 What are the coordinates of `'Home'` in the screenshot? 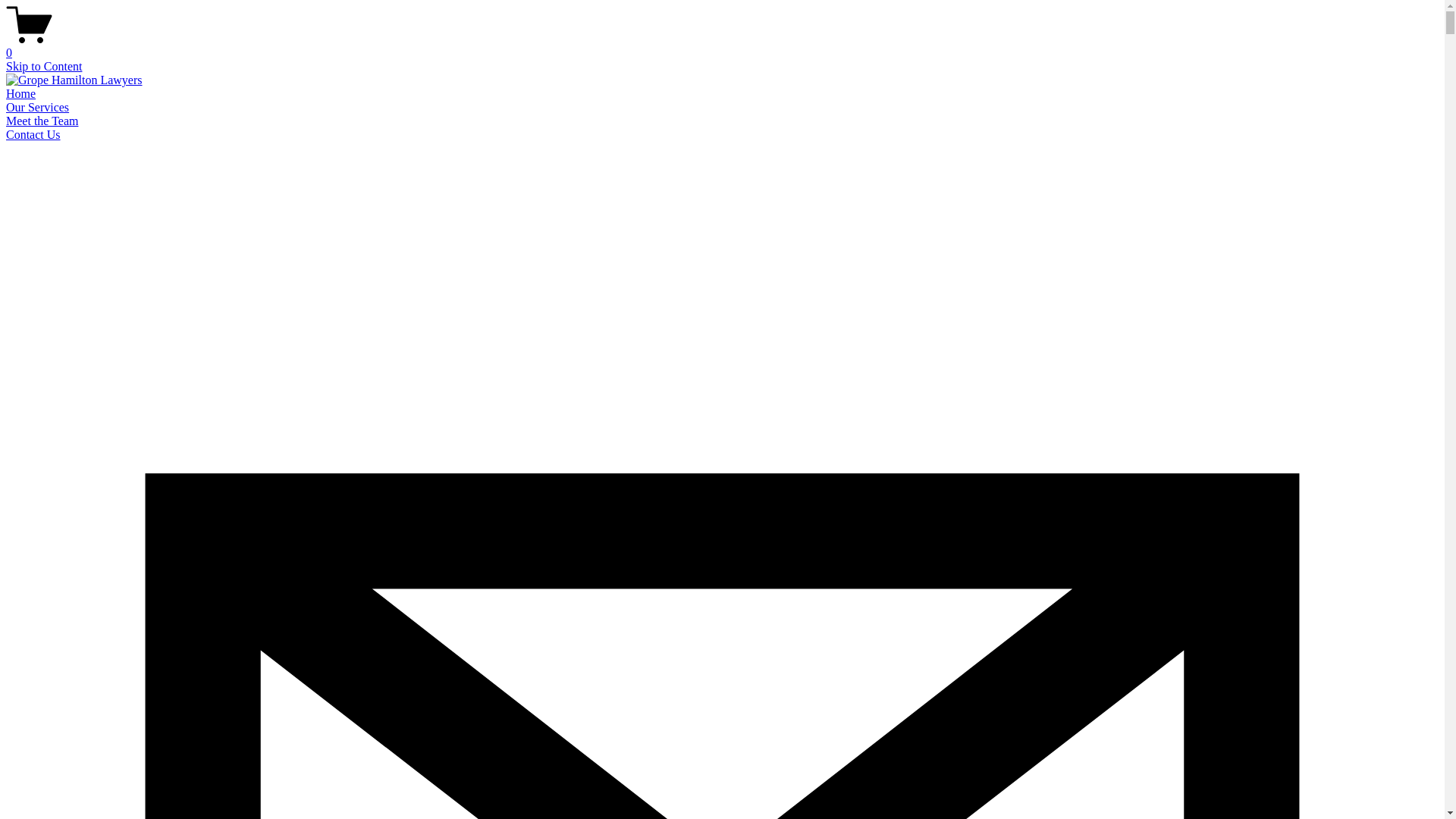 It's located at (20, 93).